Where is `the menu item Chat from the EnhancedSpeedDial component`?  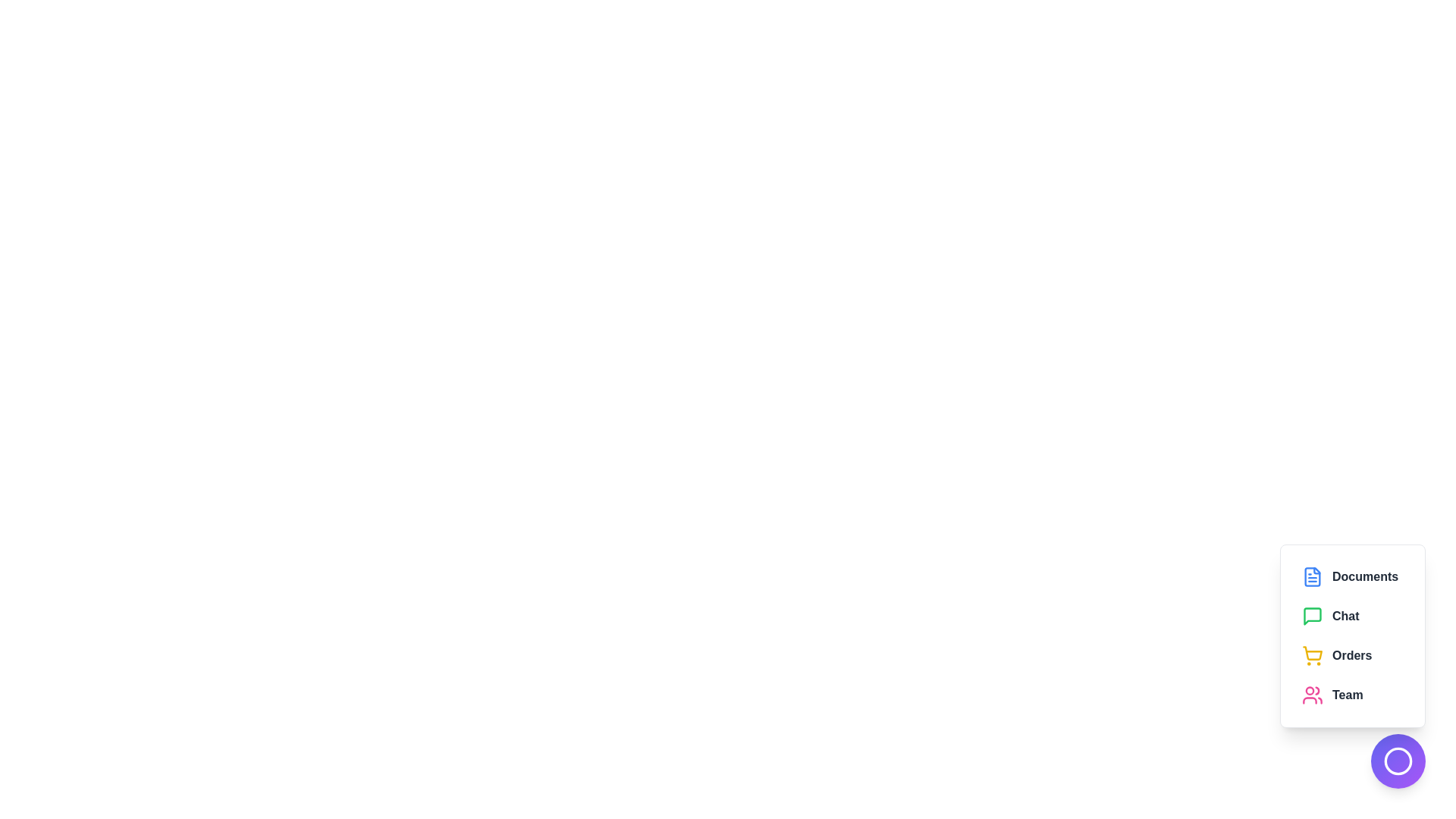 the menu item Chat from the EnhancedSpeedDial component is located at coordinates (1353, 617).